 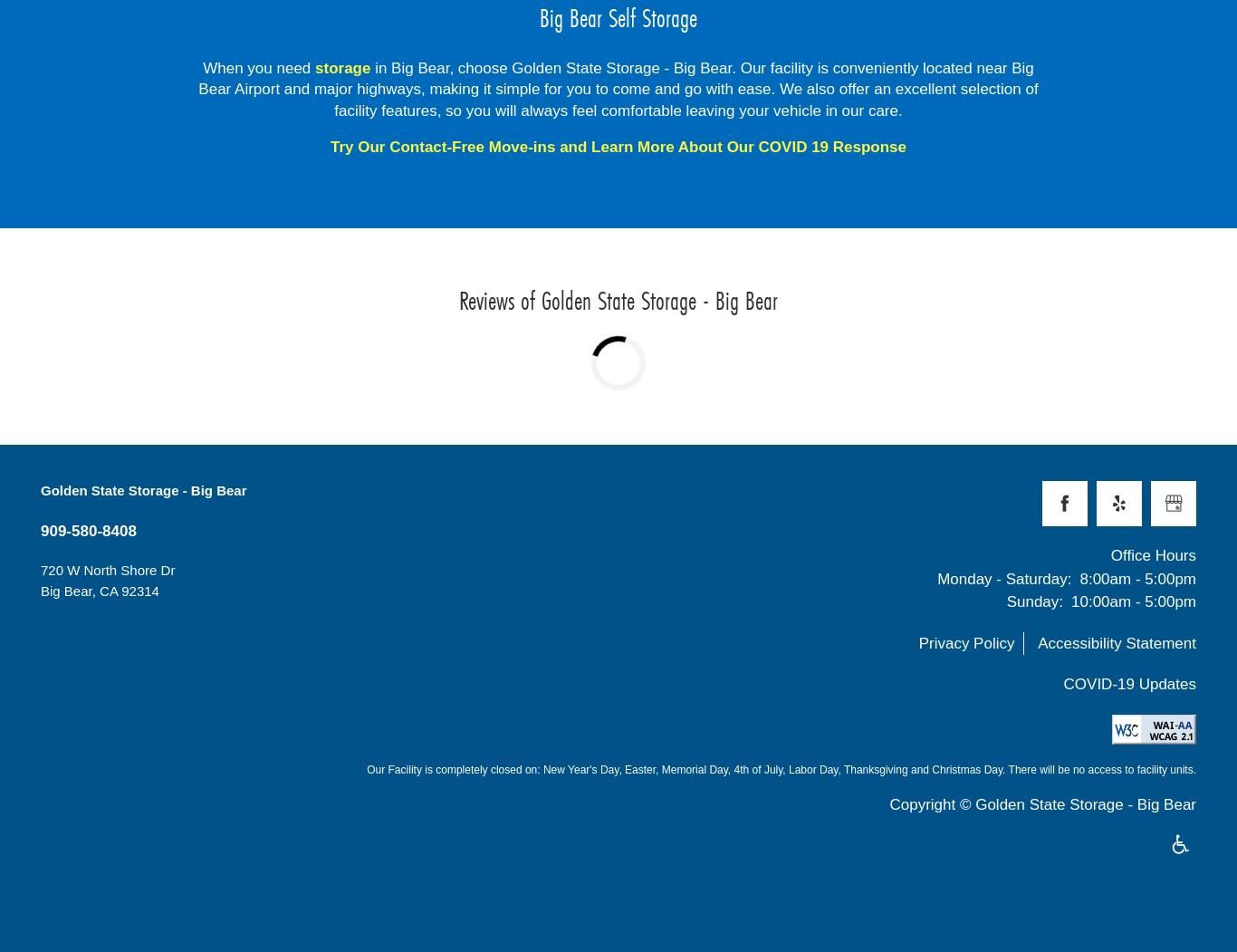 What do you see at coordinates (618, 299) in the screenshot?
I see `'Reviews of Golden State Storage - Big Bear'` at bounding box center [618, 299].